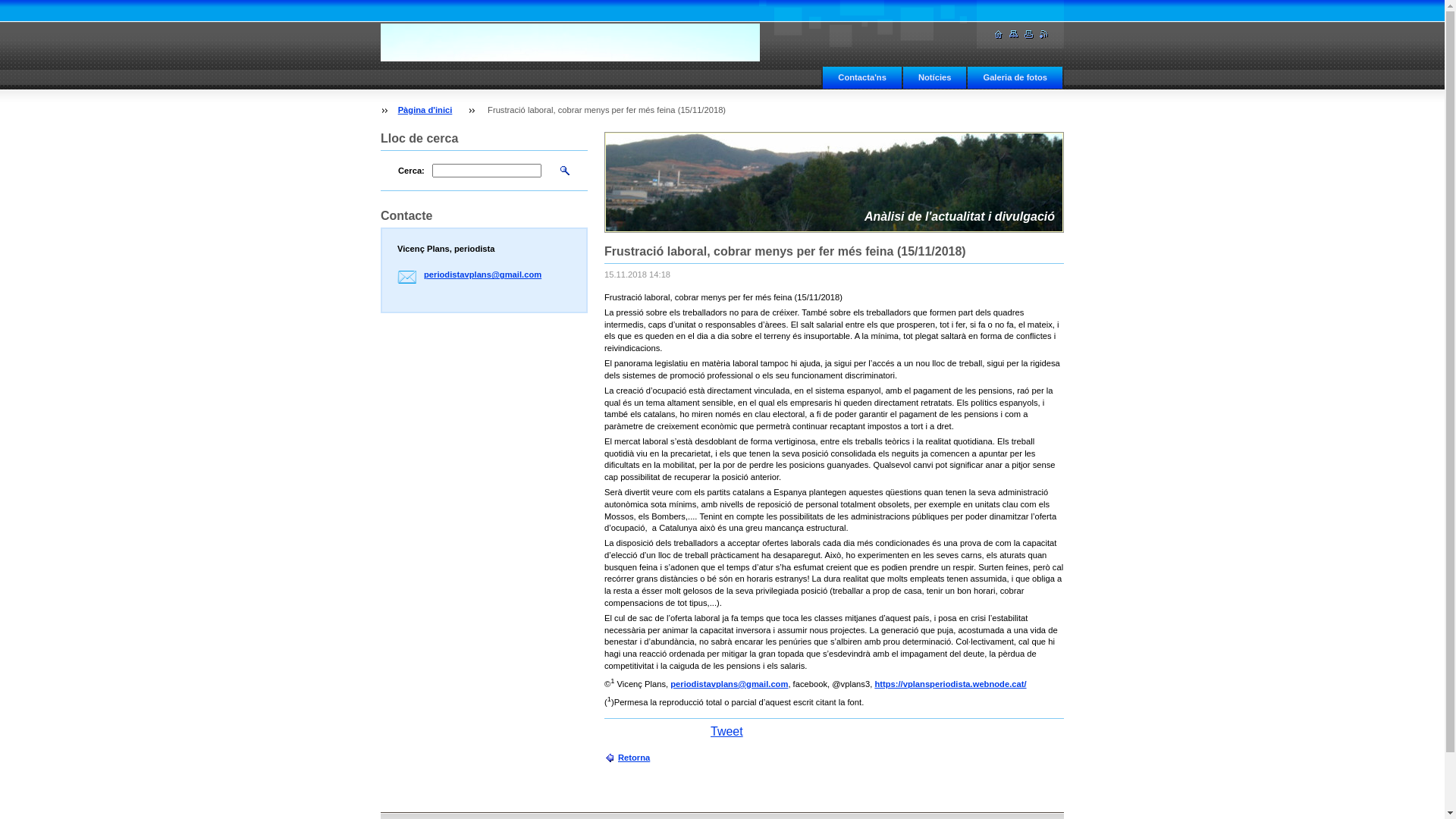 Image resolution: width=1456 pixels, height=819 pixels. I want to click on 'periodistavplans@gmail.com', so click(729, 684).